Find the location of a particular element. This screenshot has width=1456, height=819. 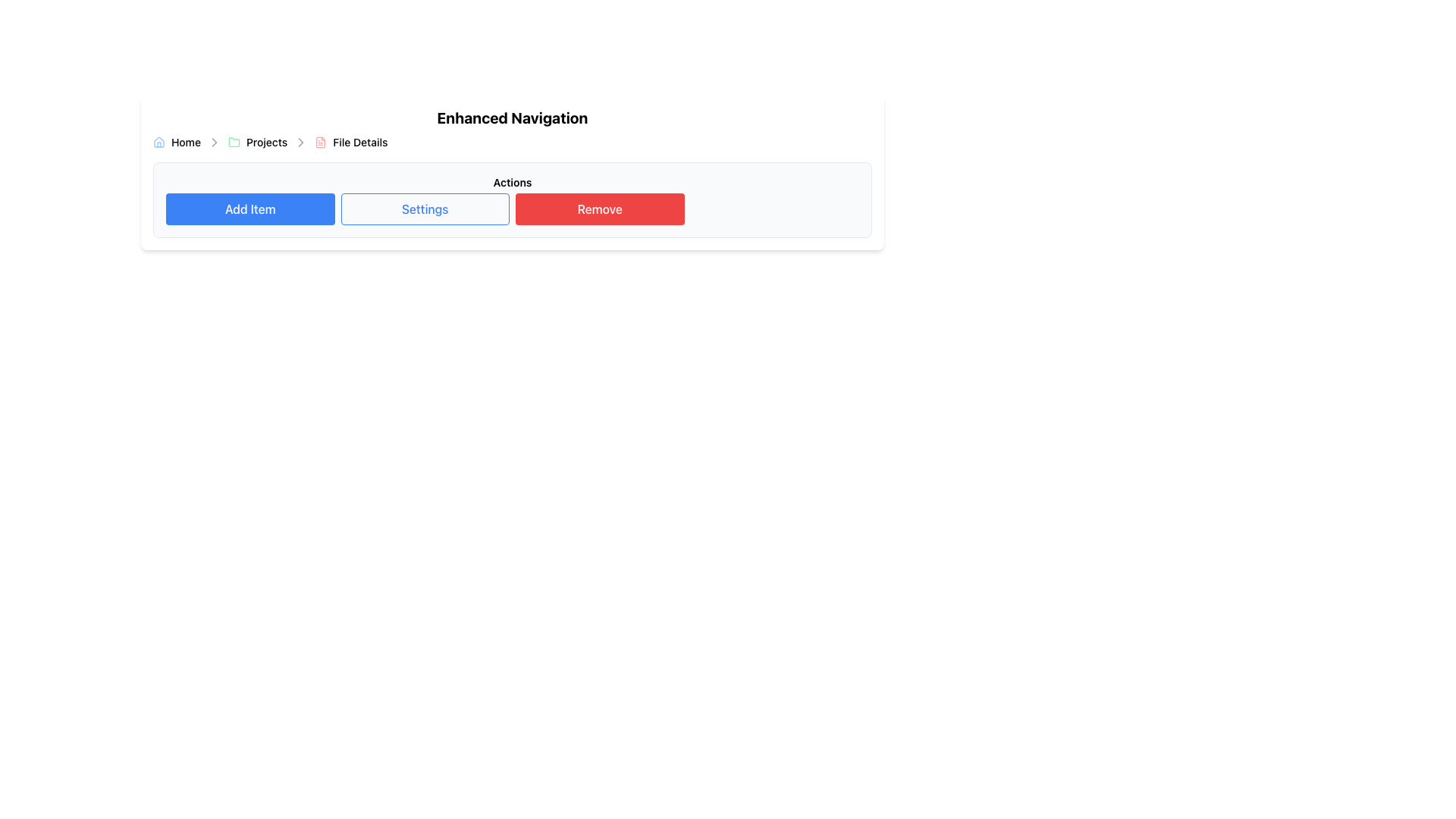

the icon representing the 'Projects' breadcrumb item is located at coordinates (233, 143).